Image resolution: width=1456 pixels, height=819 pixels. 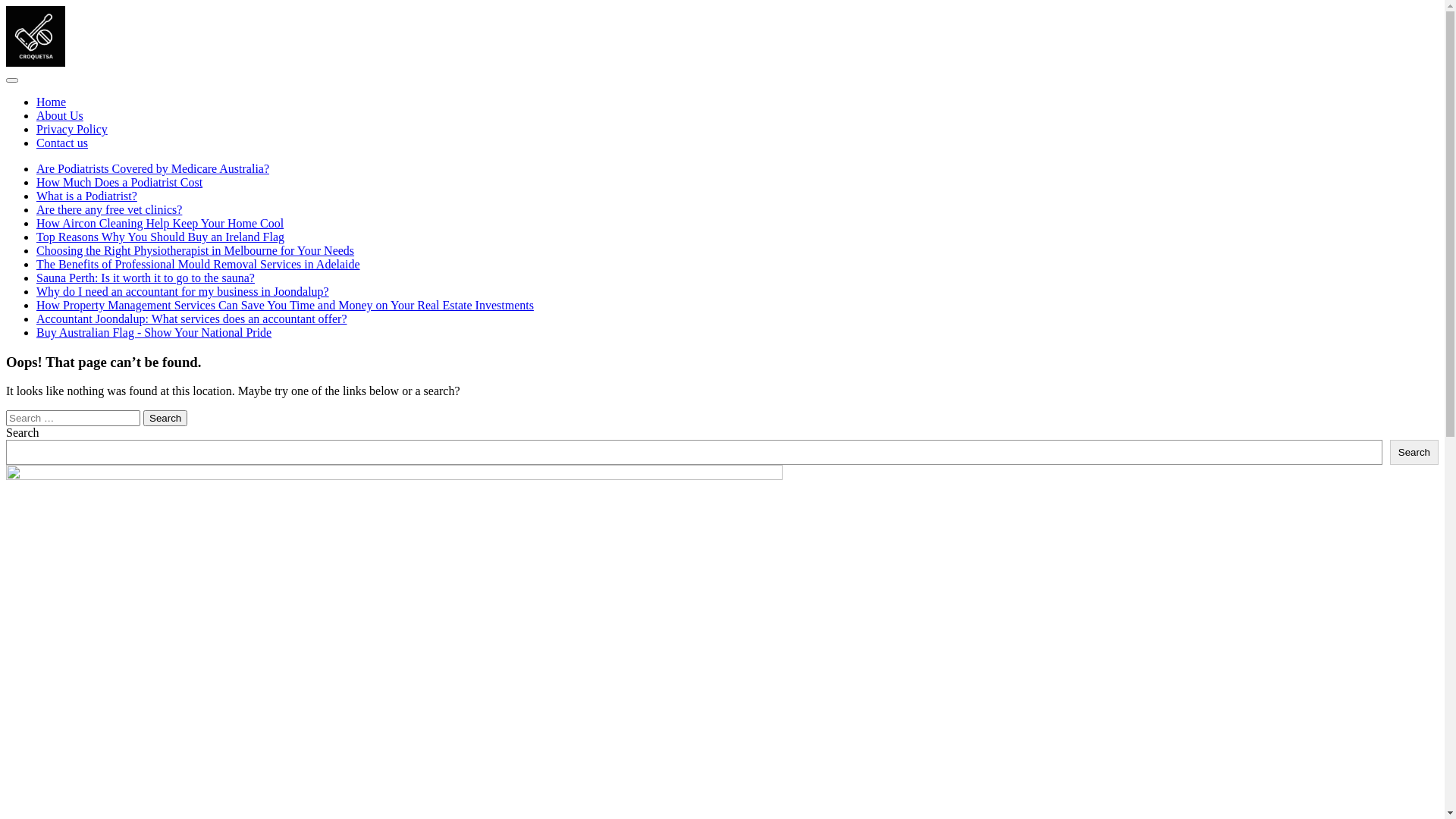 What do you see at coordinates (72, 418) in the screenshot?
I see `'Search for:'` at bounding box center [72, 418].